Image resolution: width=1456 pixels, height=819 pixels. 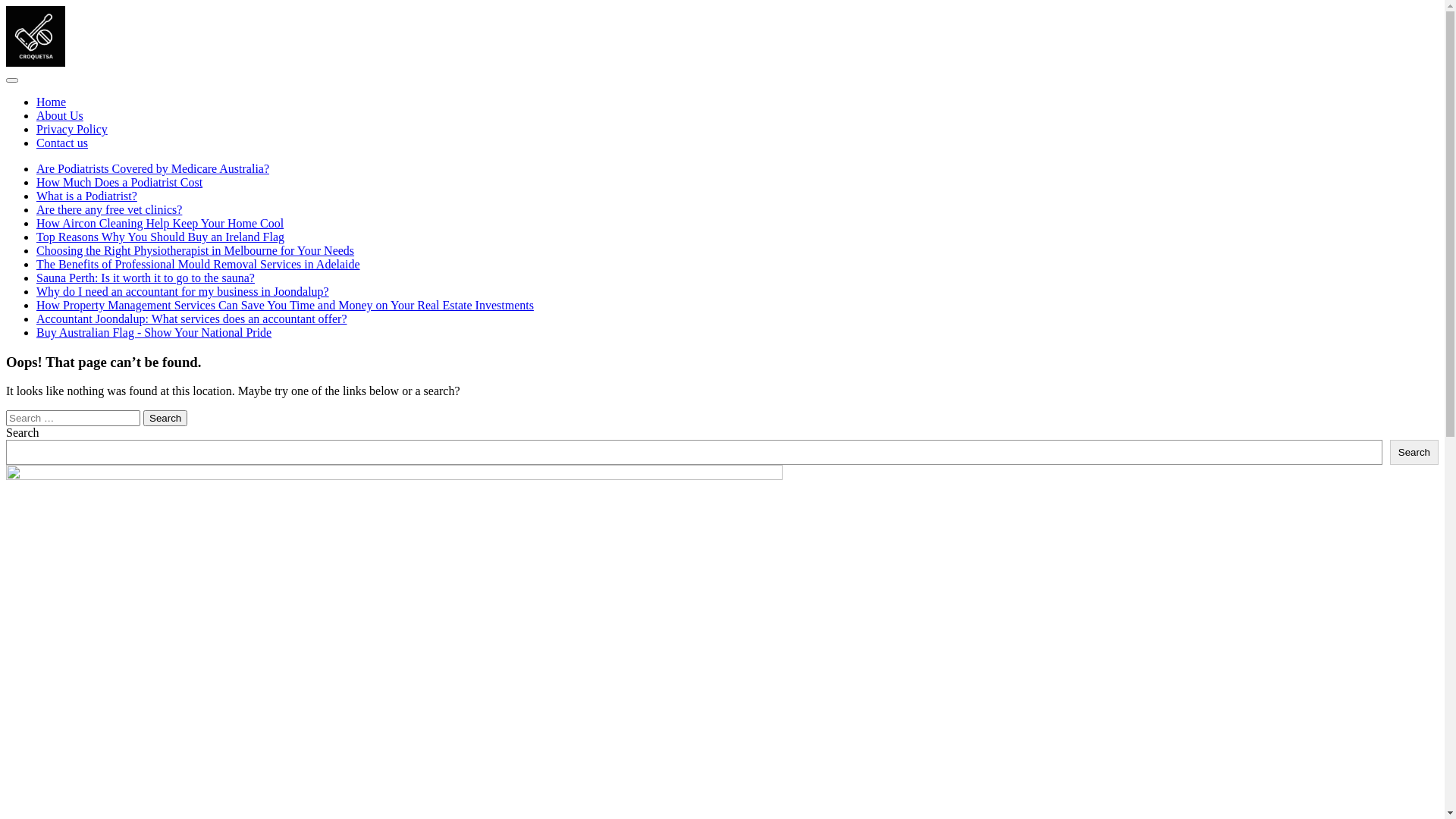 What do you see at coordinates (72, 418) in the screenshot?
I see `'Search for:'` at bounding box center [72, 418].